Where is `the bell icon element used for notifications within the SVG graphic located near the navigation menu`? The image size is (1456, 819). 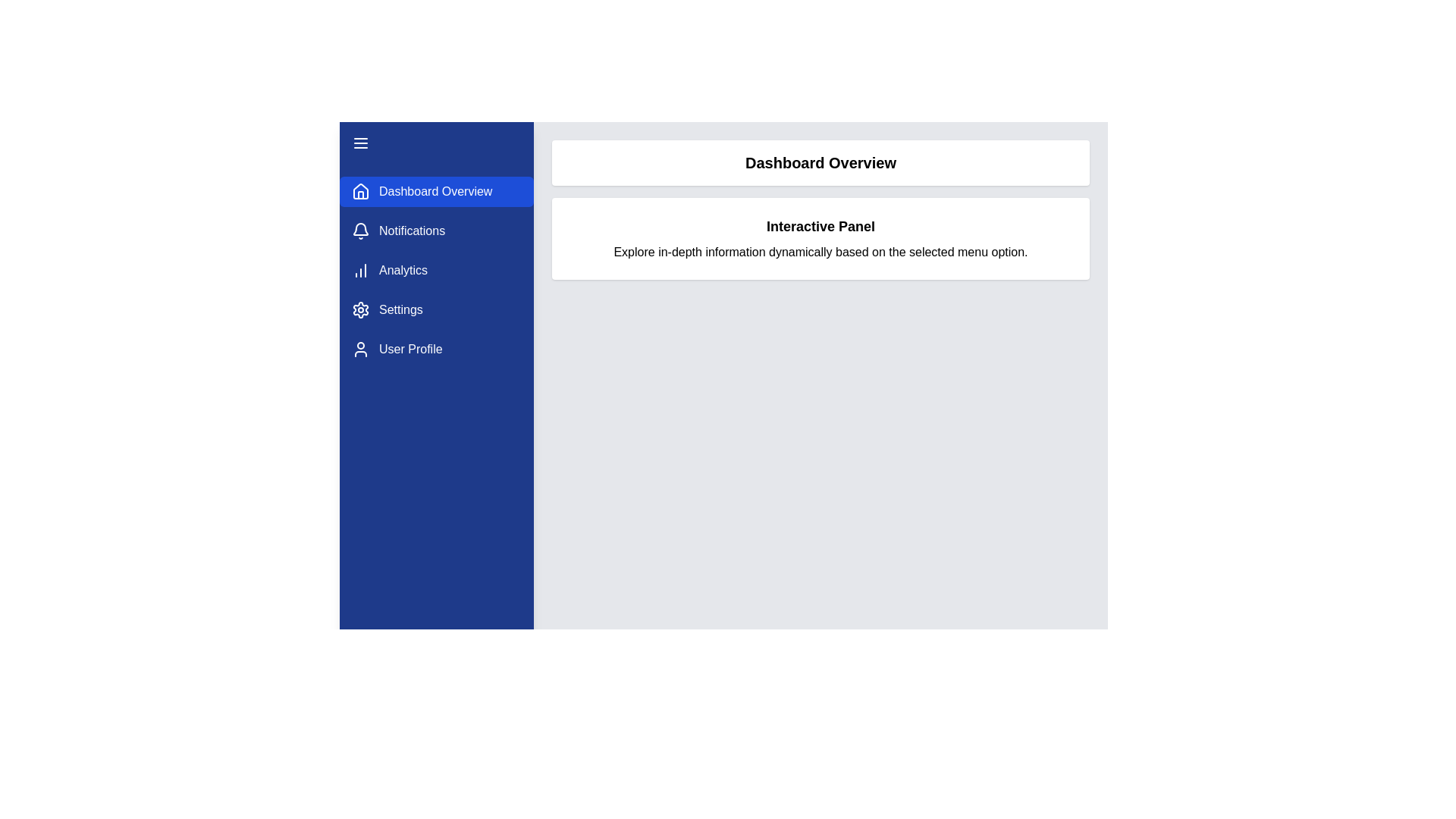 the bell icon element used for notifications within the SVG graphic located near the navigation menu is located at coordinates (359, 229).